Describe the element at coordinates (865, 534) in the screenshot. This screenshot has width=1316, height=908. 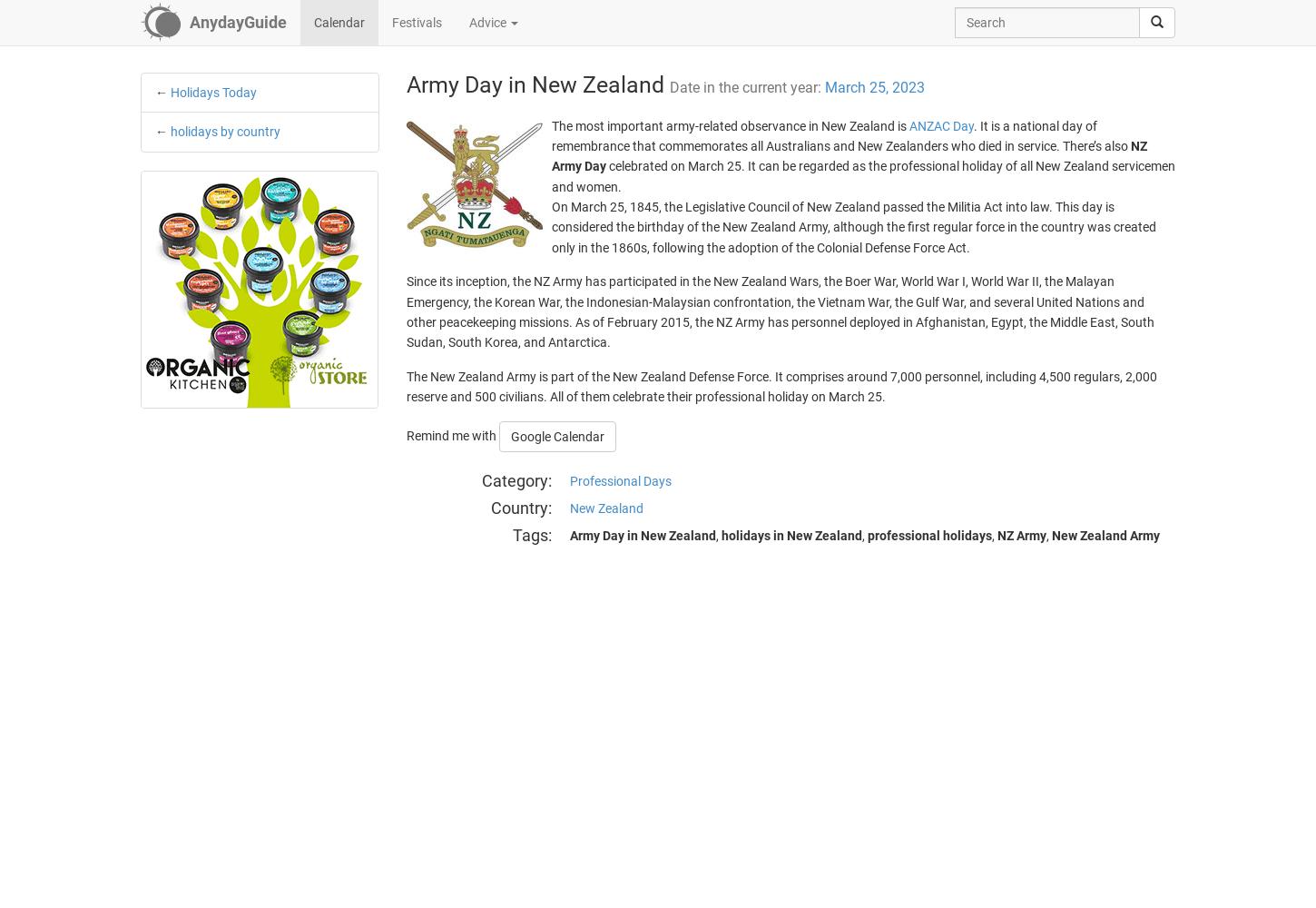
I see `'professional holidays'` at that location.